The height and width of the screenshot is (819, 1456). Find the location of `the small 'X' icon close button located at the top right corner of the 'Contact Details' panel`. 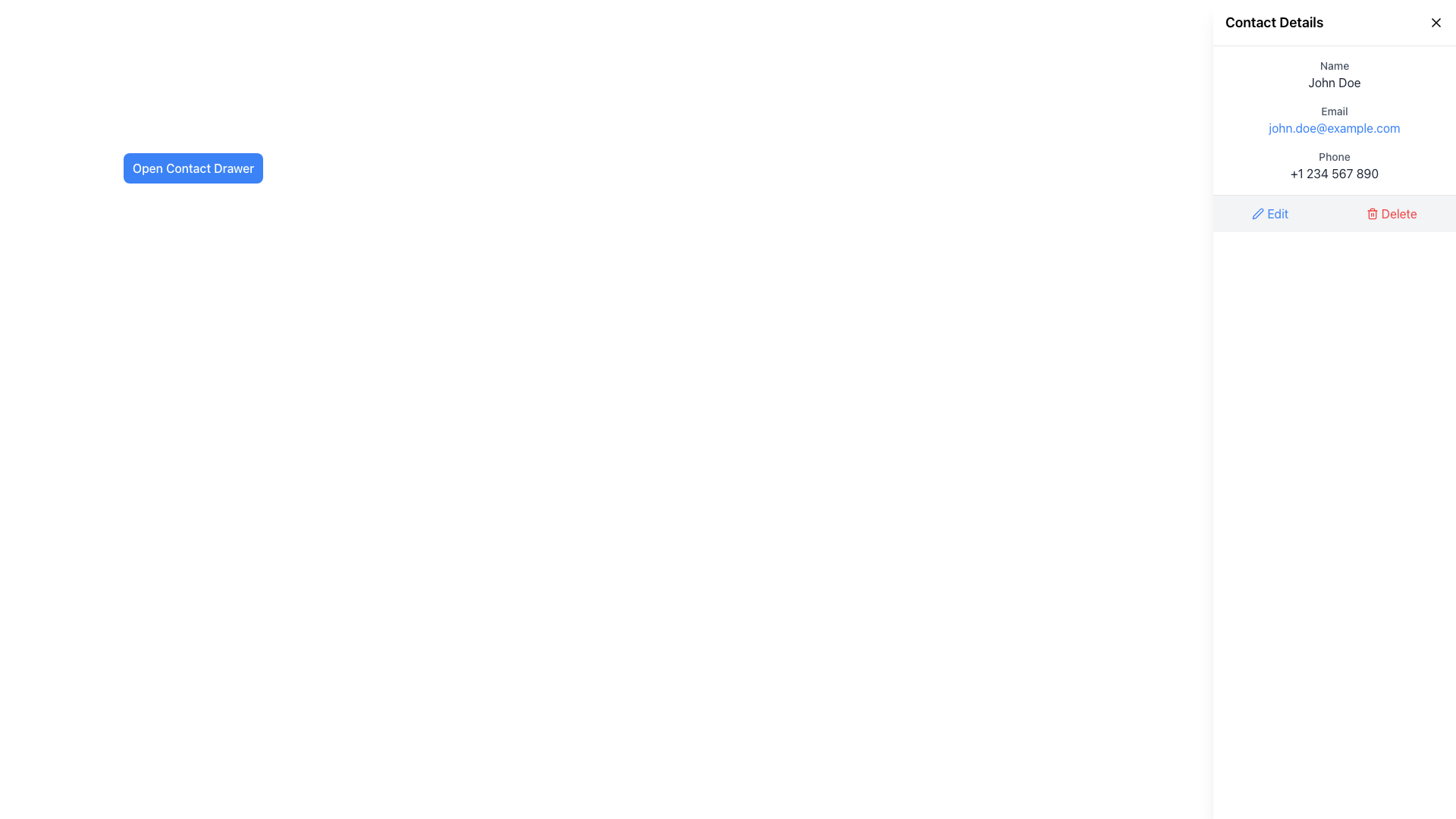

the small 'X' icon close button located at the top right corner of the 'Contact Details' panel is located at coordinates (1436, 23).